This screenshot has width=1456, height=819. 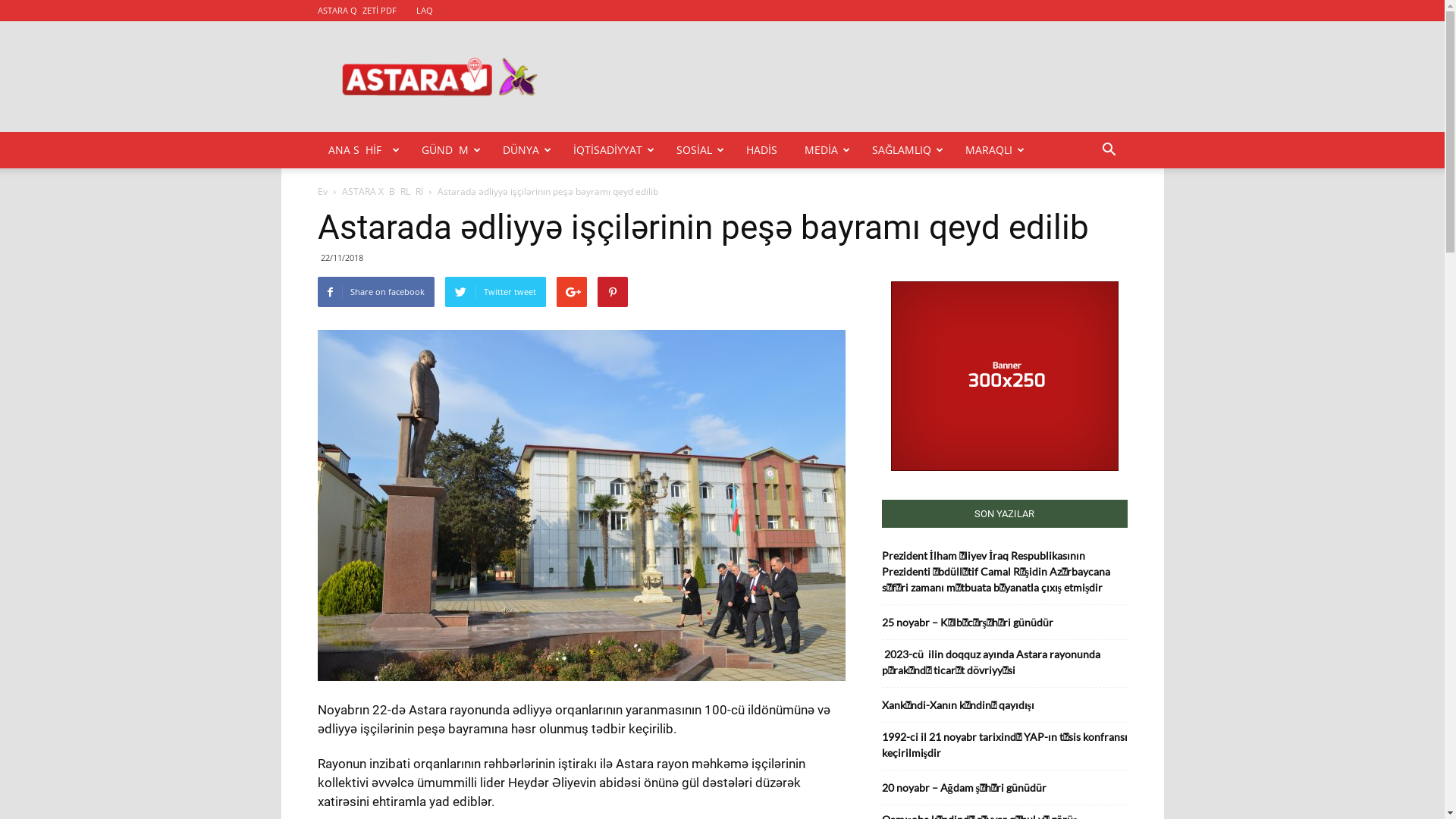 I want to click on 'Ev', so click(x=321, y=190).